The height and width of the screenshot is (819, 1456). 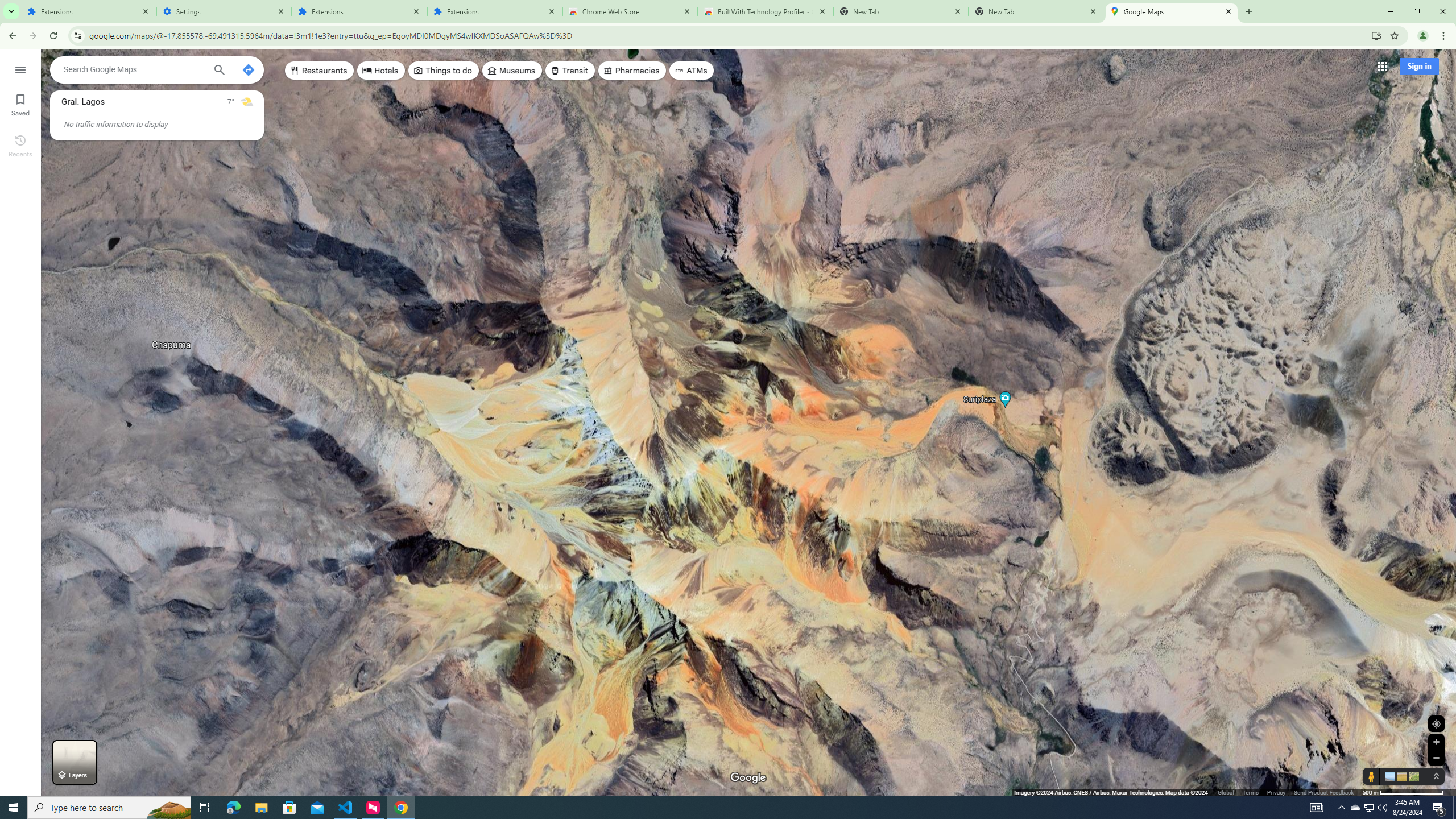 I want to click on 'Install Google Maps', so click(x=1376, y=35).